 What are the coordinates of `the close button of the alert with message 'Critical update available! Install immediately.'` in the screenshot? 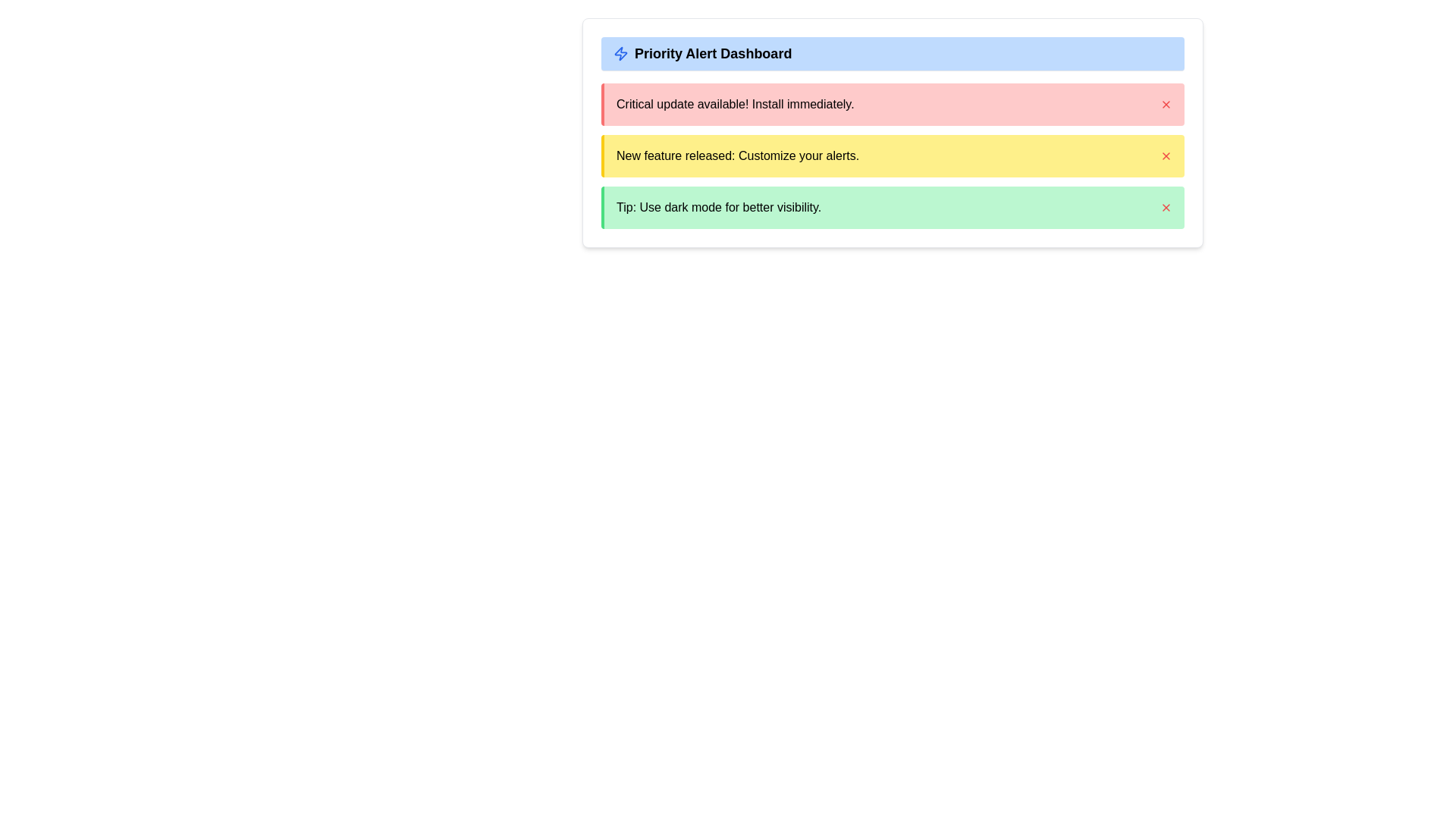 It's located at (1165, 104).